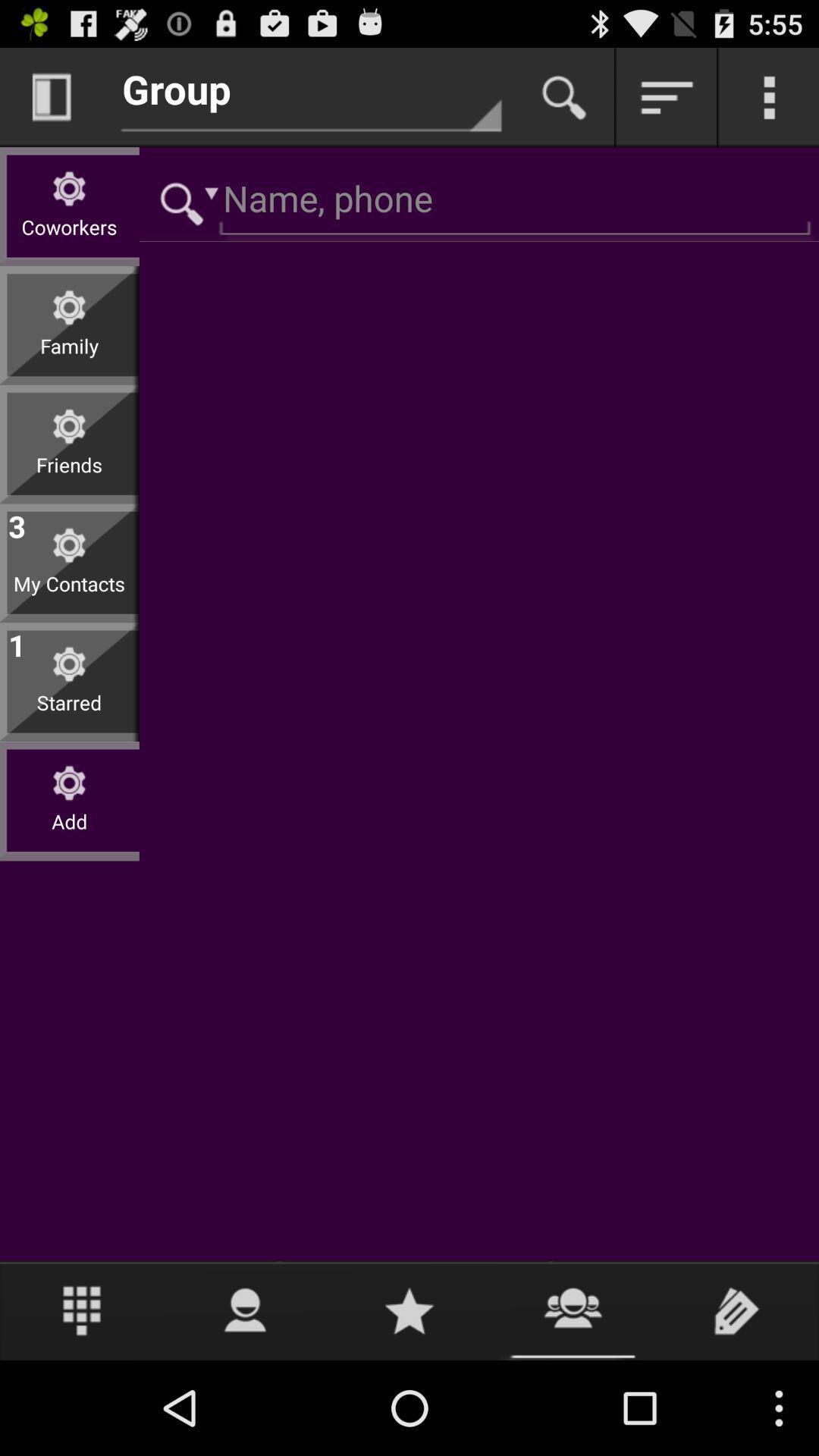 Image resolution: width=819 pixels, height=1456 pixels. Describe the element at coordinates (69, 238) in the screenshot. I see `the coworkers item` at that location.